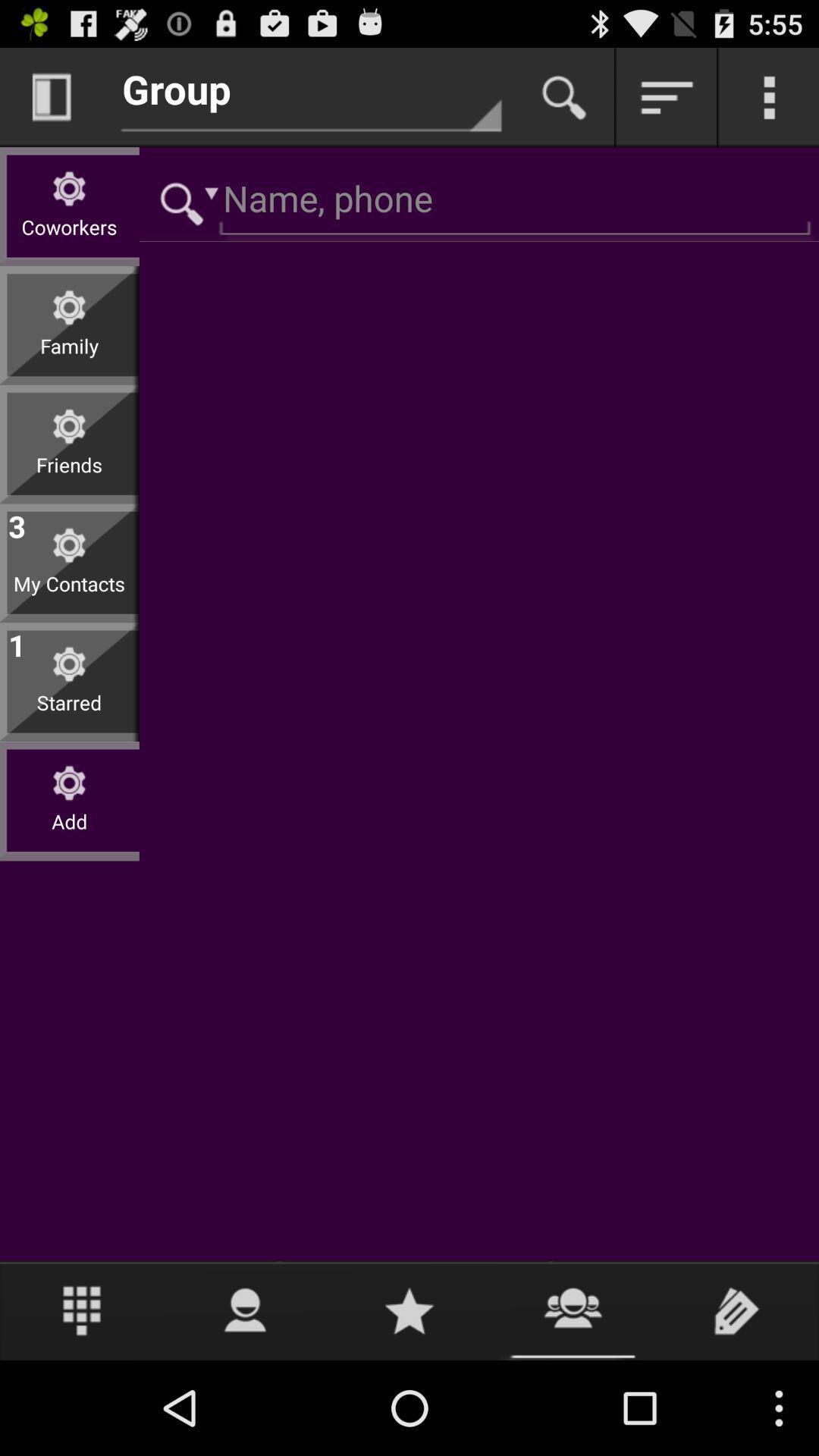 Image resolution: width=819 pixels, height=1456 pixels. Describe the element at coordinates (69, 238) in the screenshot. I see `the coworkers item` at that location.